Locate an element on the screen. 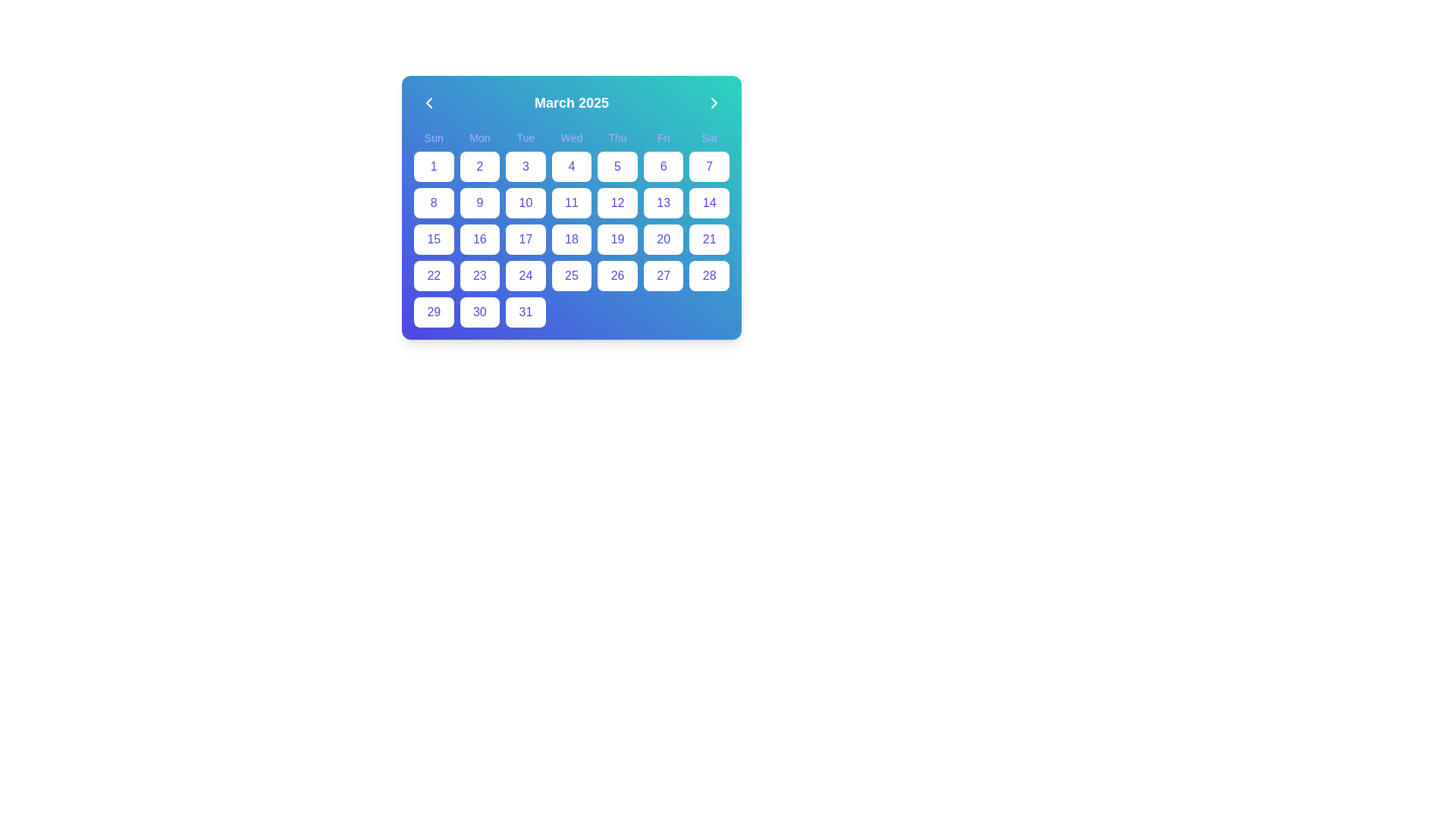  the button representing the date '22' in the calendar interface is located at coordinates (433, 275).